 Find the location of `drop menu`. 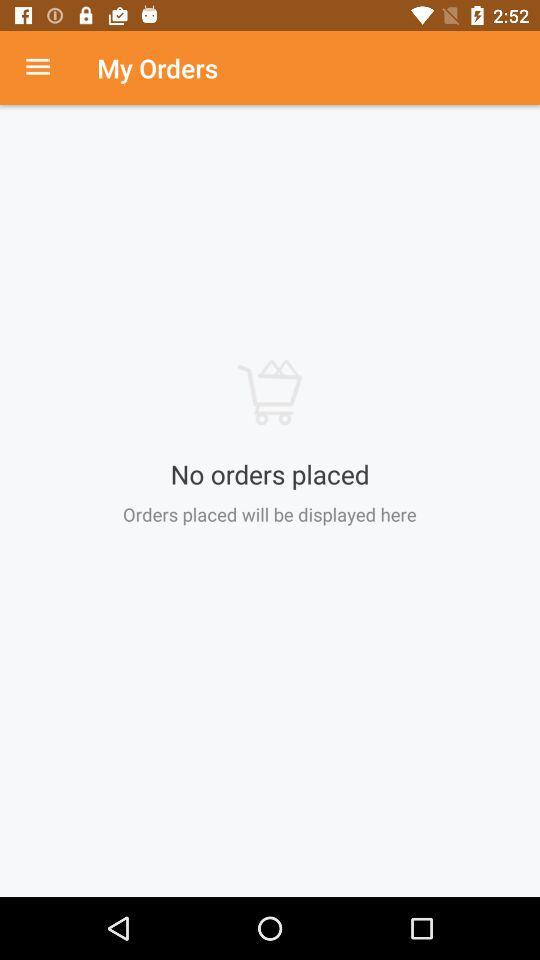

drop menu is located at coordinates (48, 68).